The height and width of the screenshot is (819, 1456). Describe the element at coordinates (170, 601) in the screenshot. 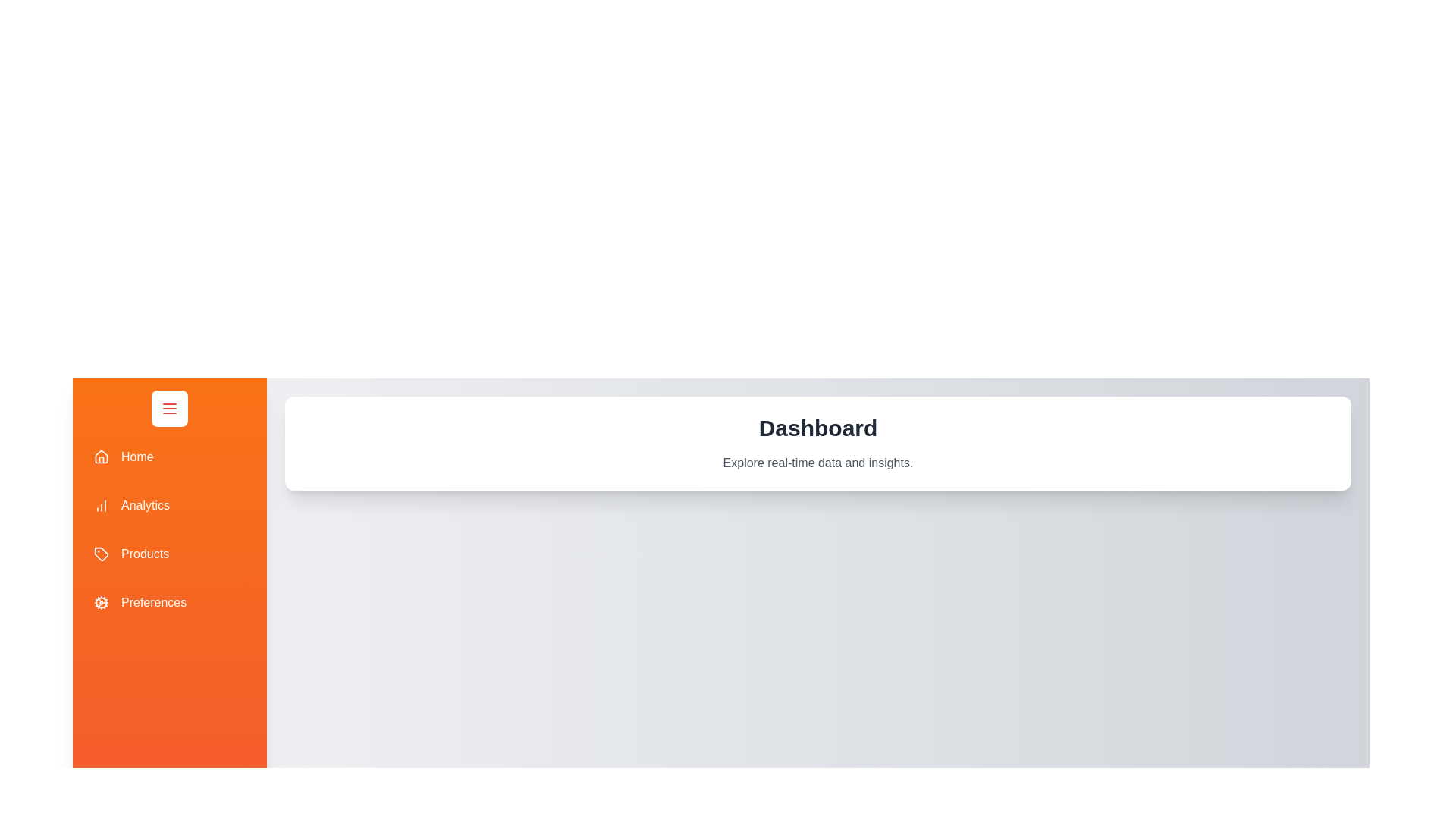

I see `the drawer item labeled 'Preferences' to observe its hover effect` at that location.